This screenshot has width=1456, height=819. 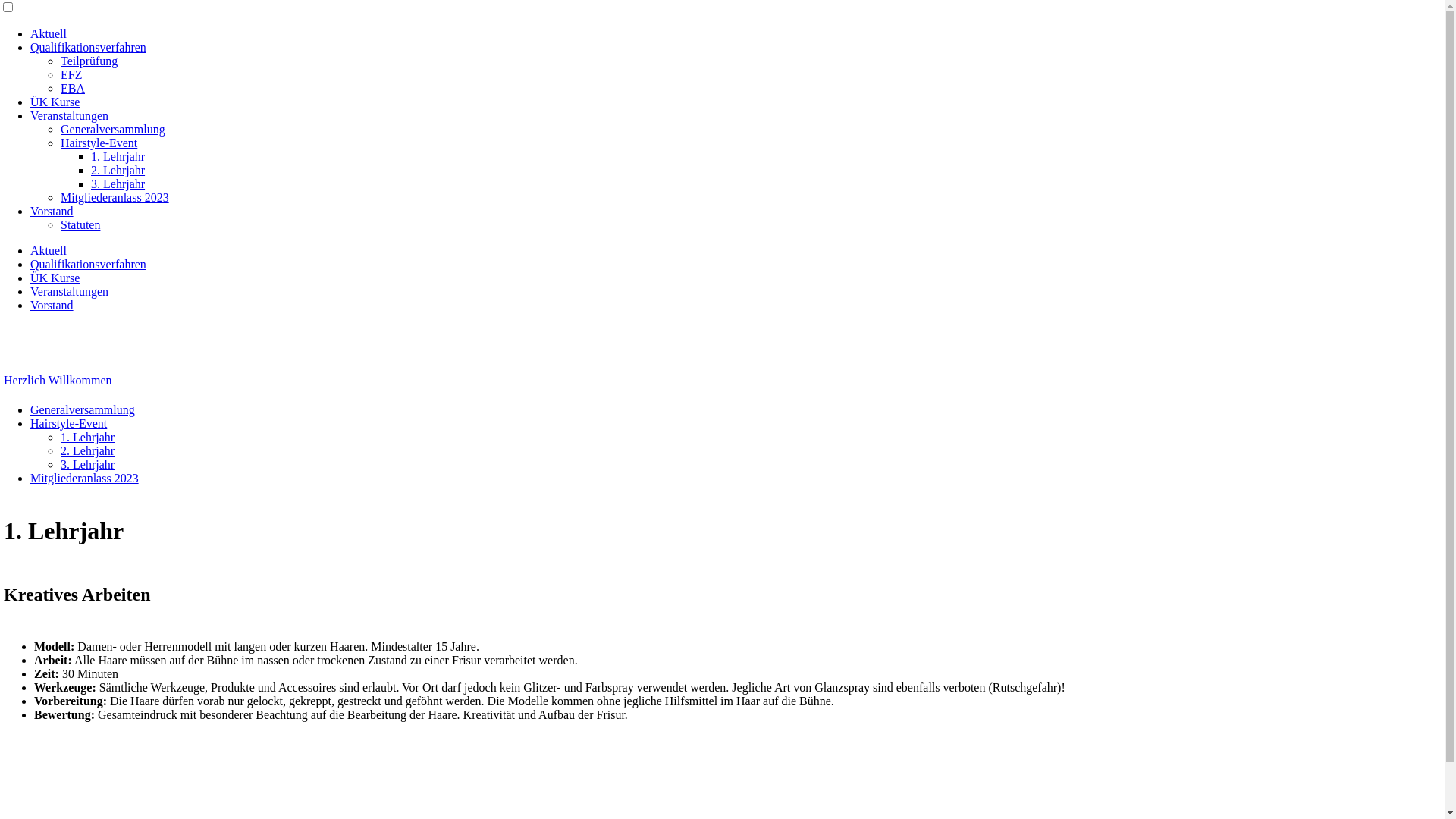 I want to click on 'EFZ', so click(x=71, y=74).